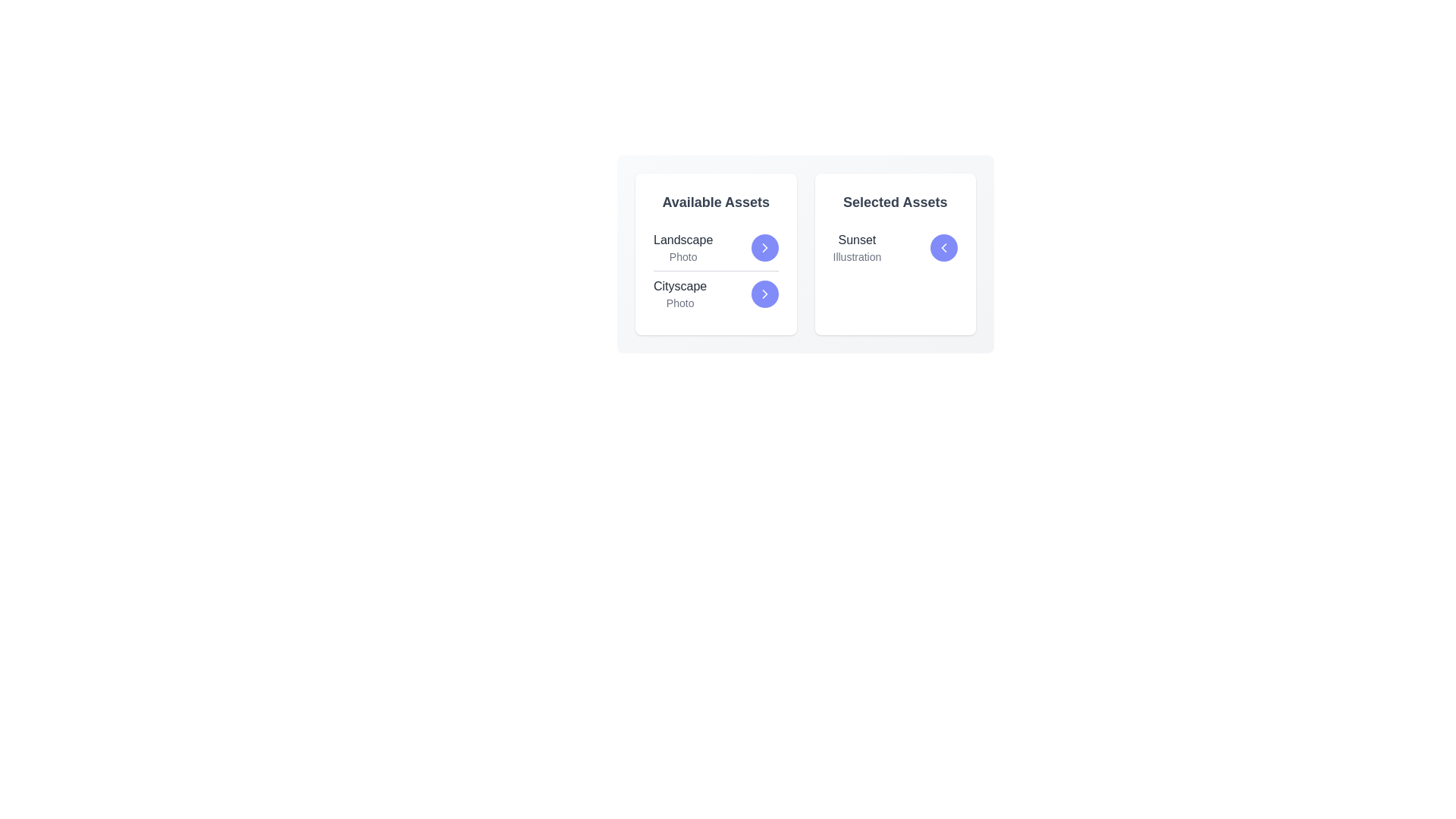  Describe the element at coordinates (764, 247) in the screenshot. I see `right arrow button next to the asset named Landscape in the 'Available Assets' section to move it to 'Selected Assets'` at that location.